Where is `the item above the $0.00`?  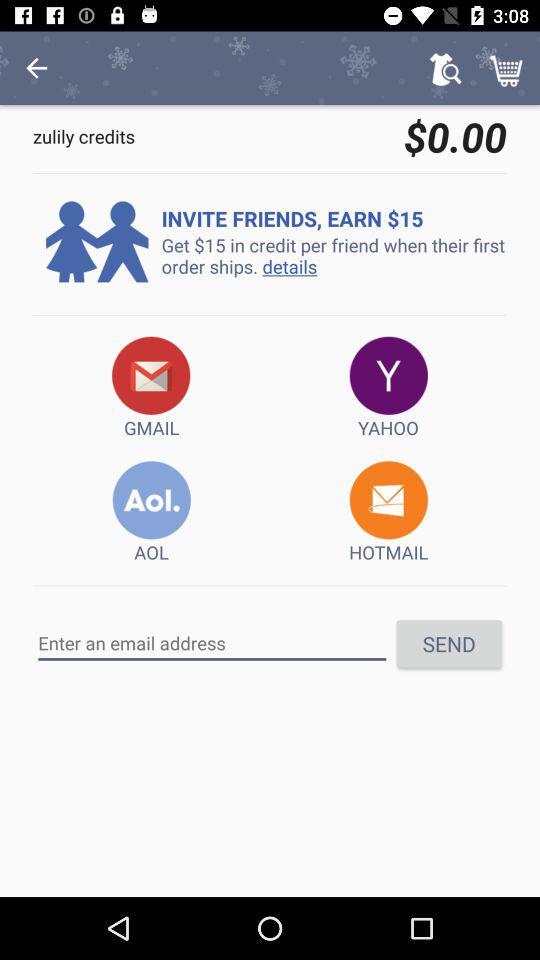
the item above the $0.00 is located at coordinates (445, 68).